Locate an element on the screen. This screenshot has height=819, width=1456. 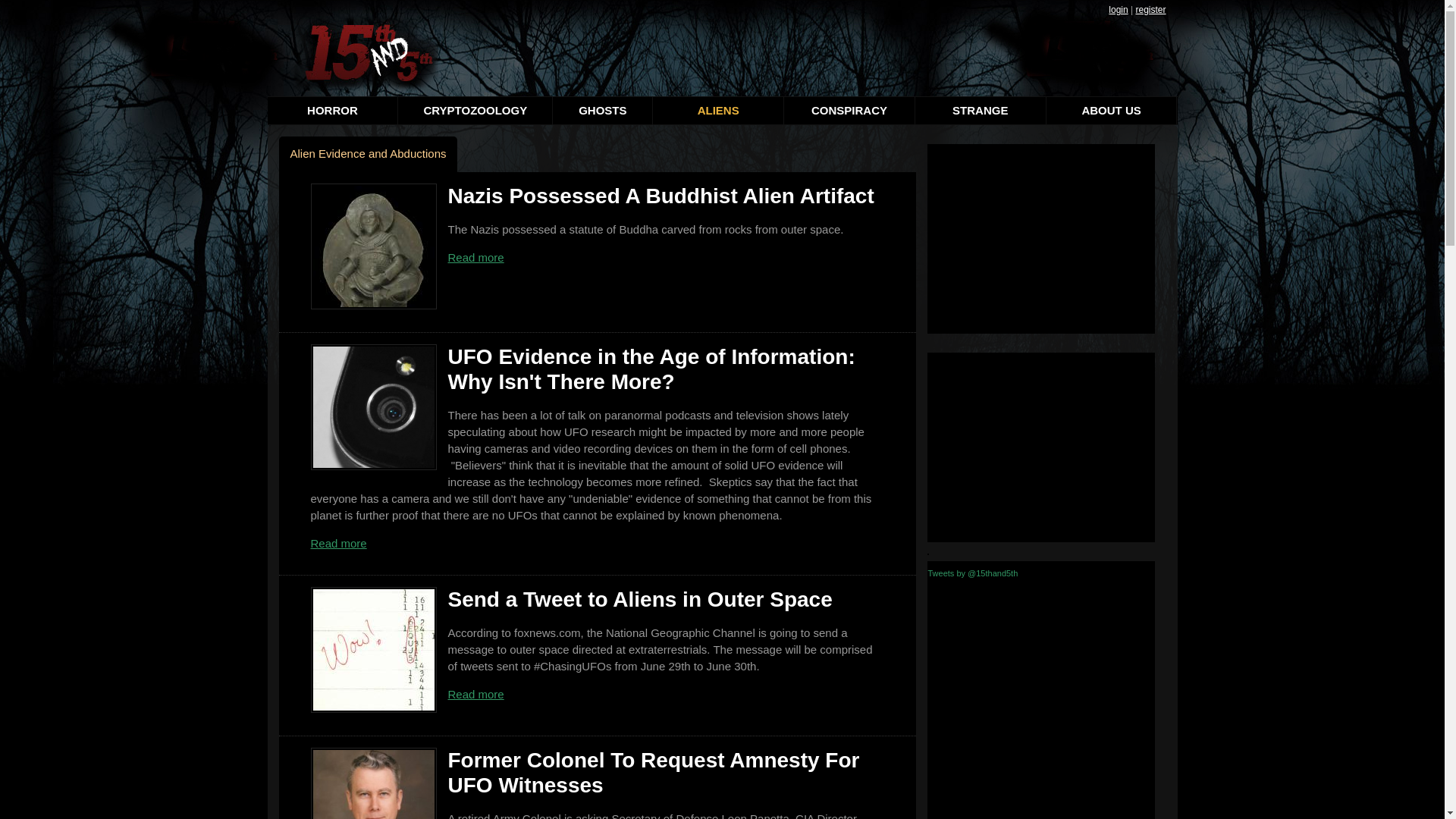
'Tweets by @15thand5th' is located at coordinates (927, 573).